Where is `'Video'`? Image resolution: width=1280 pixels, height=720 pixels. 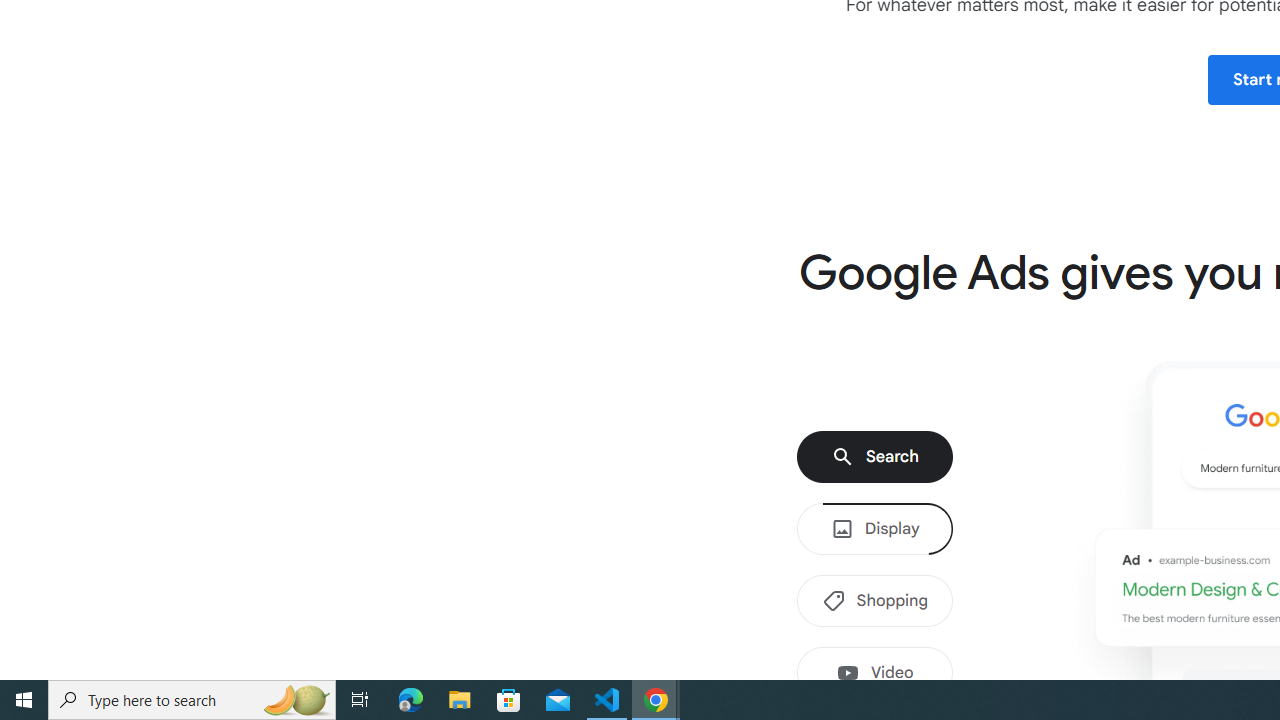 'Video' is located at coordinates (874, 673).